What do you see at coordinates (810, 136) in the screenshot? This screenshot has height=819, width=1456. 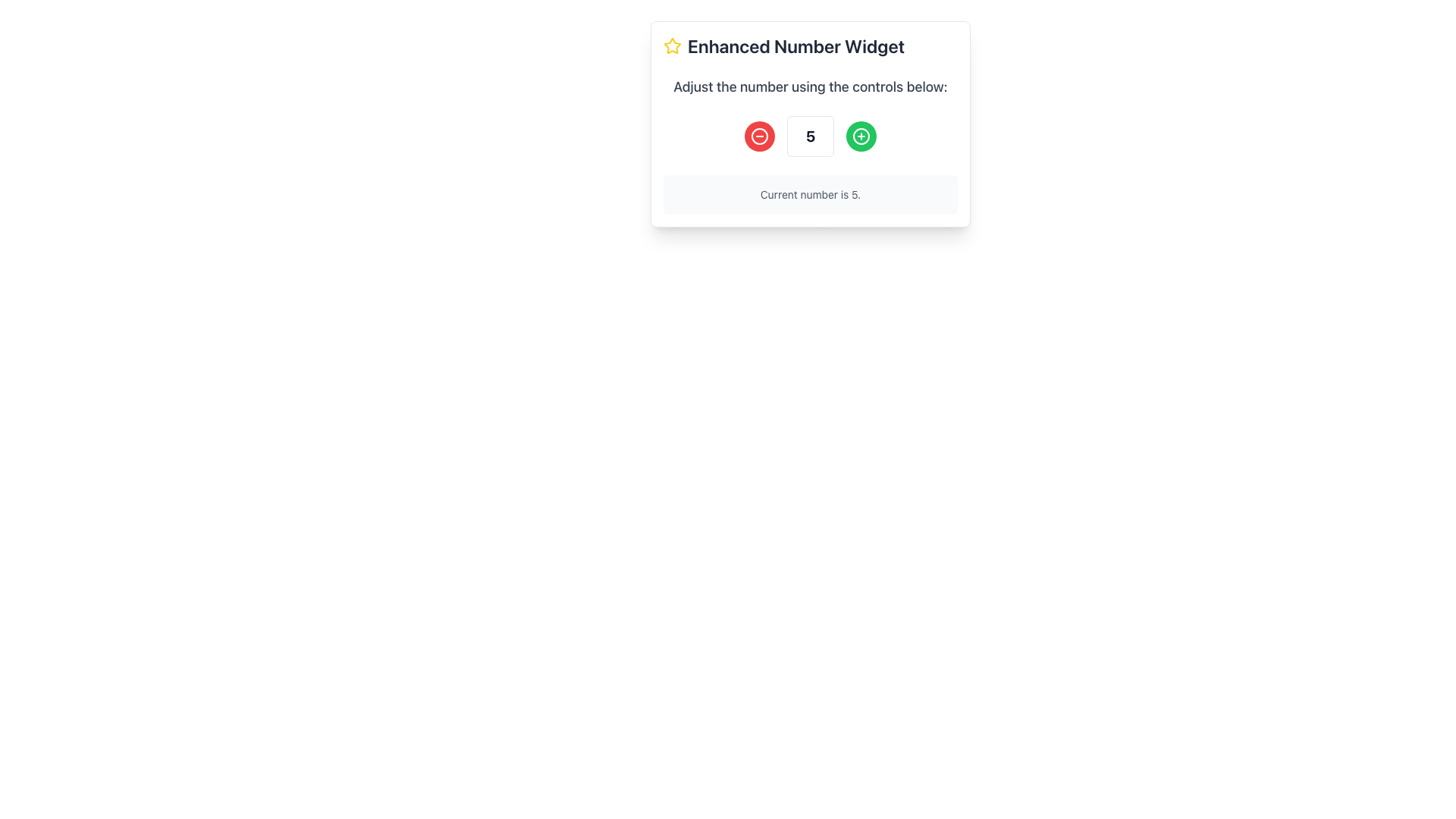 I see `the Text Display element that shows the number '5', which is bordered and positioned between '+' and '-' buttons in the Enhanced Number Widget` at bounding box center [810, 136].